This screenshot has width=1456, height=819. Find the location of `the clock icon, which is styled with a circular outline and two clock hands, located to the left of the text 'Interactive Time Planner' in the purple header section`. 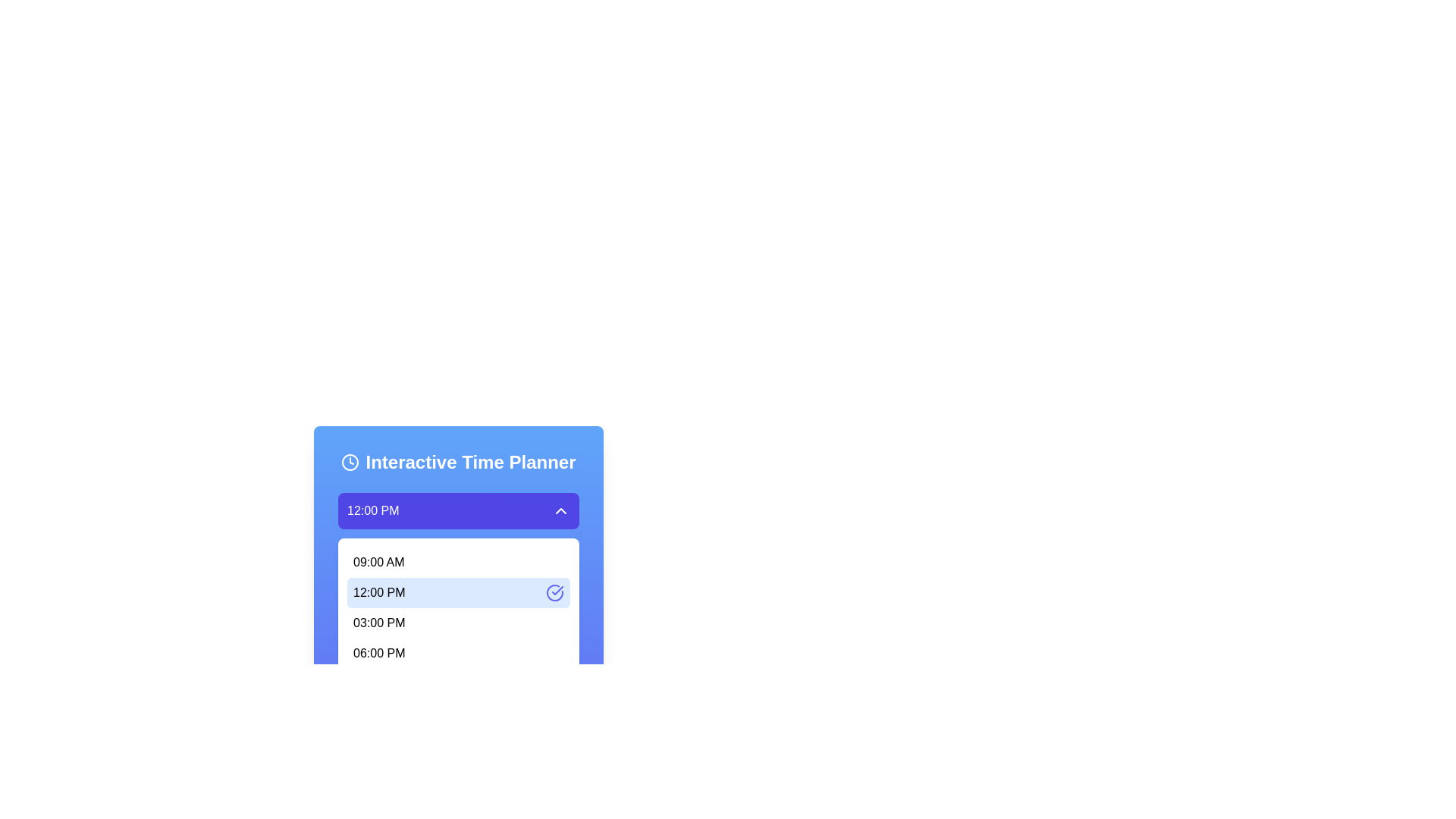

the clock icon, which is styled with a circular outline and two clock hands, located to the left of the text 'Interactive Time Planner' in the purple header section is located at coordinates (350, 461).